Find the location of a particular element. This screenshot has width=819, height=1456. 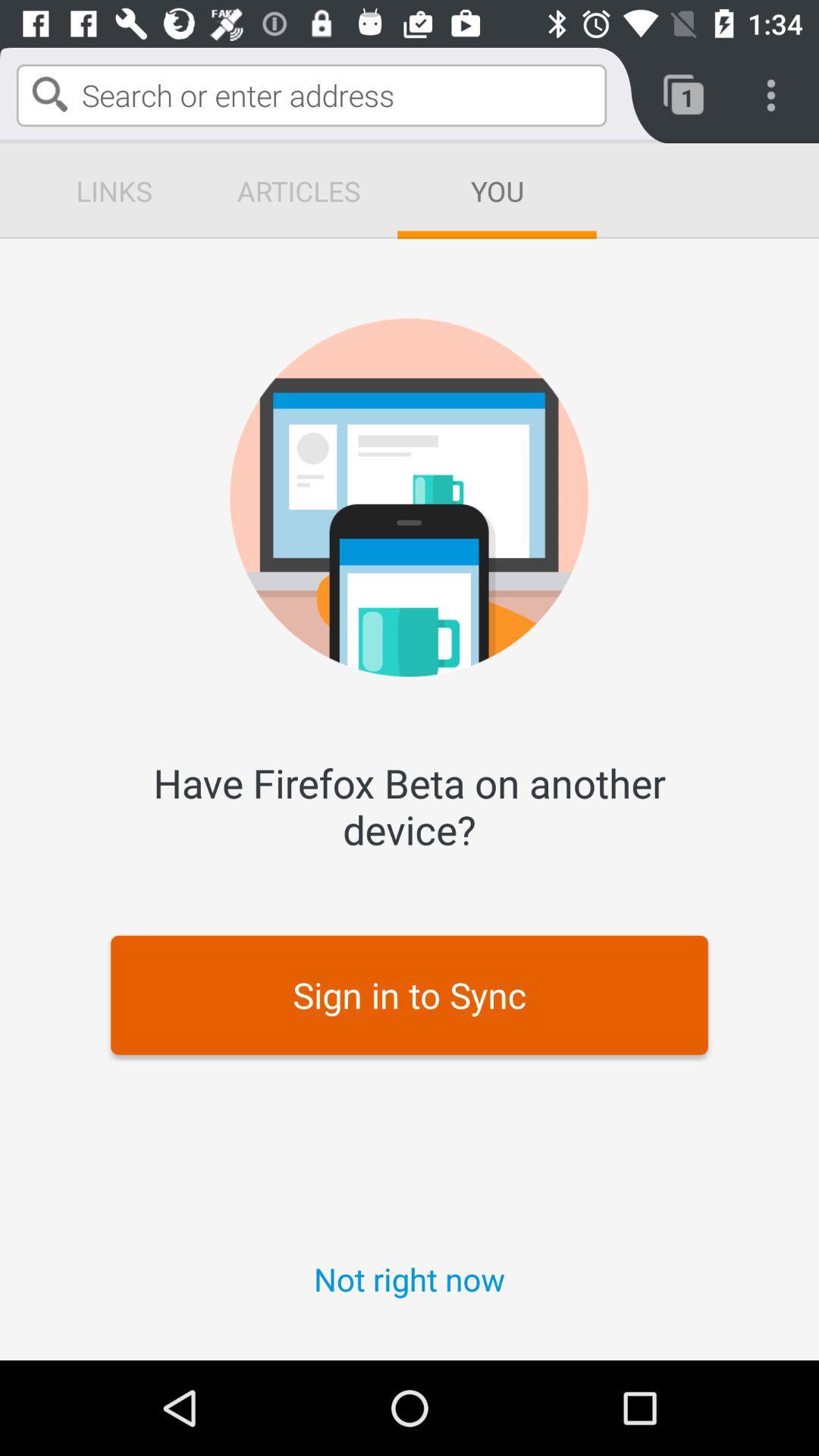

the image in middle of the page is located at coordinates (409, 497).